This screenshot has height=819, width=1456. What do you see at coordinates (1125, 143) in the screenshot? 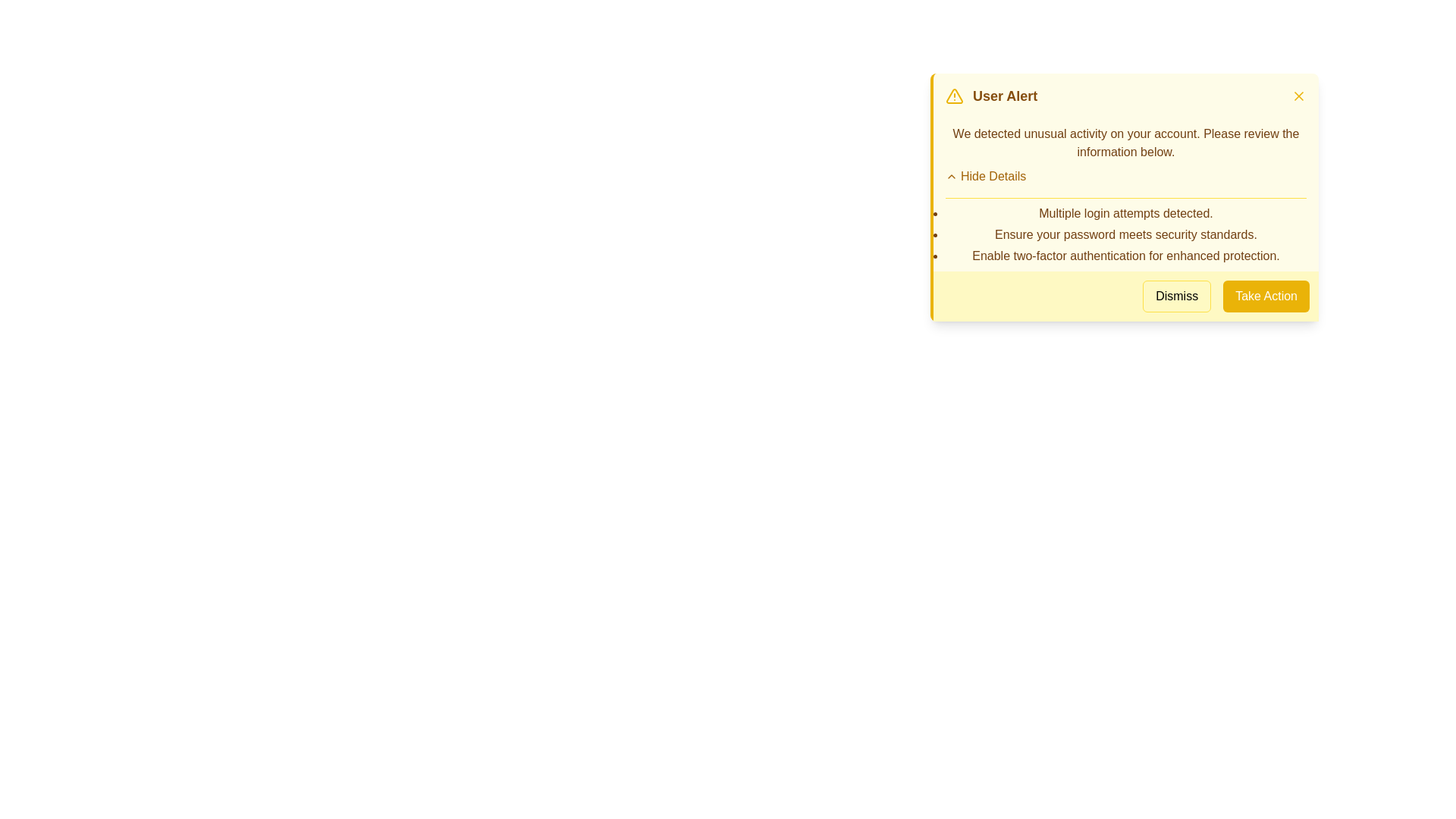
I see `the static text displaying 'We detected unusual activity on your account. Please review the information below.' which is centrally aligned in a yellow alert box` at bounding box center [1125, 143].